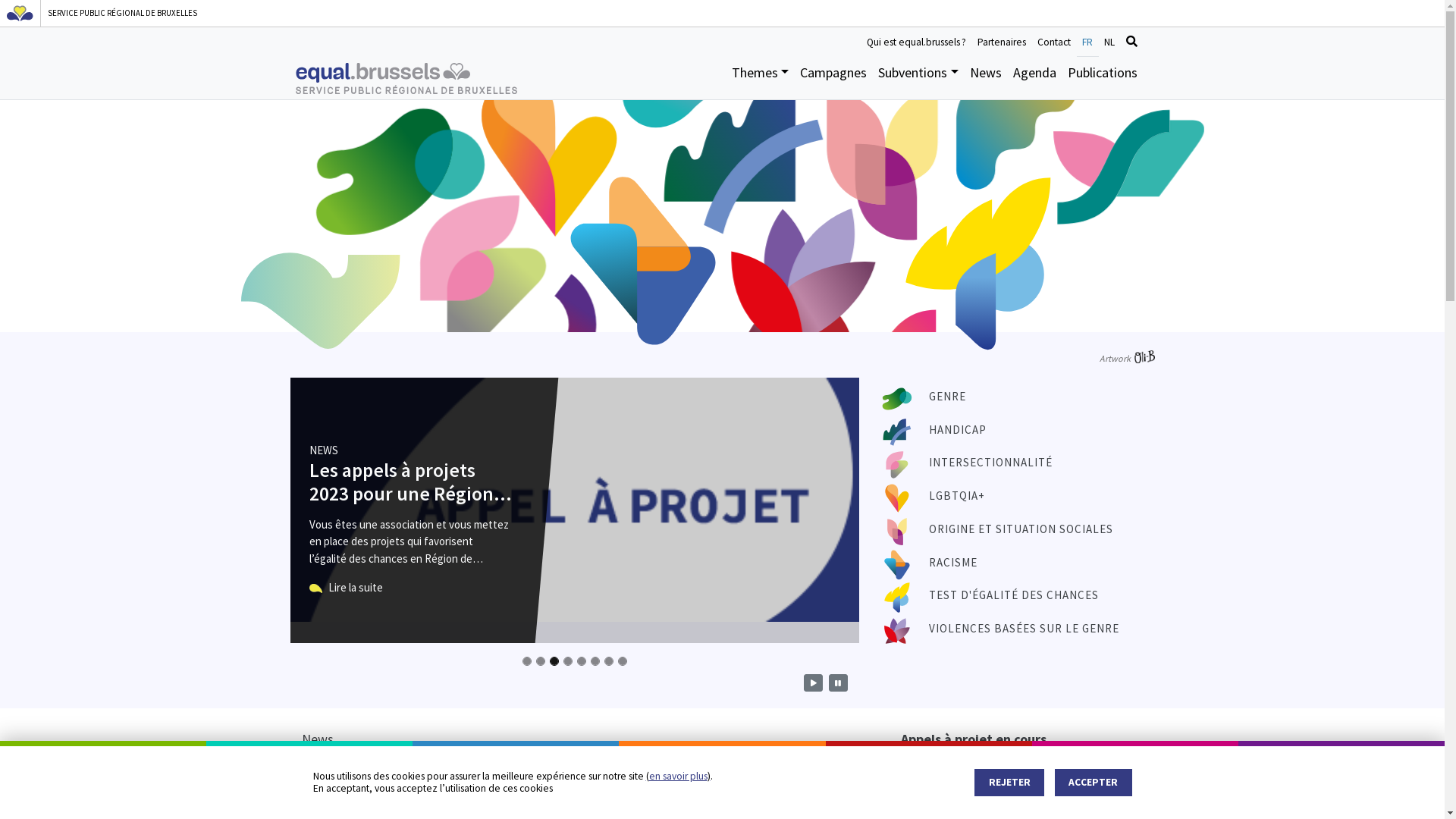 The height and width of the screenshot is (819, 1456). Describe the element at coordinates (1121, 41) in the screenshot. I see `'Rechercher'` at that location.